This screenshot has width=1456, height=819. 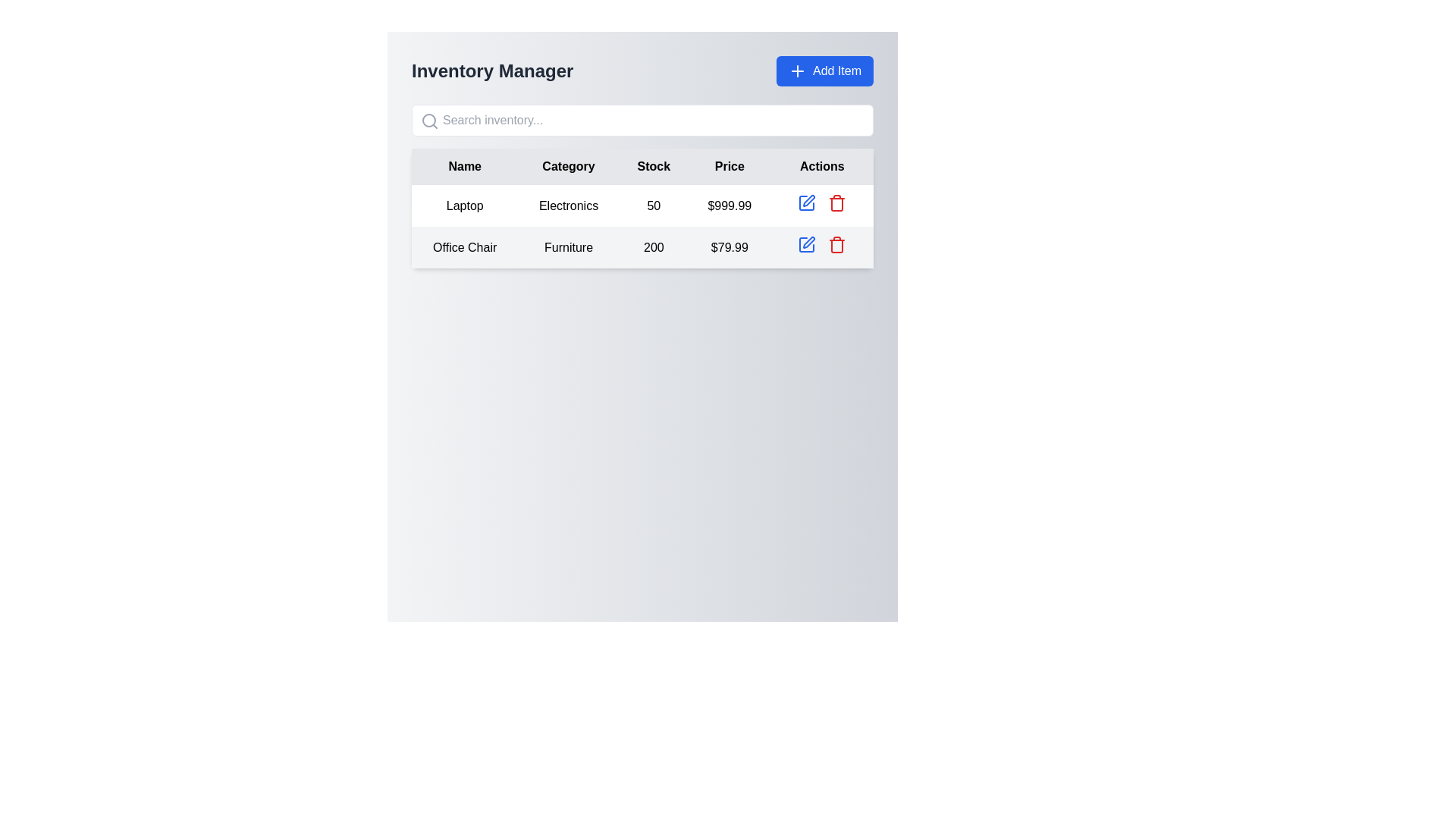 What do you see at coordinates (464, 166) in the screenshot?
I see `the 'Name' text label in the table header, which is the first column heading and styled in bold font` at bounding box center [464, 166].